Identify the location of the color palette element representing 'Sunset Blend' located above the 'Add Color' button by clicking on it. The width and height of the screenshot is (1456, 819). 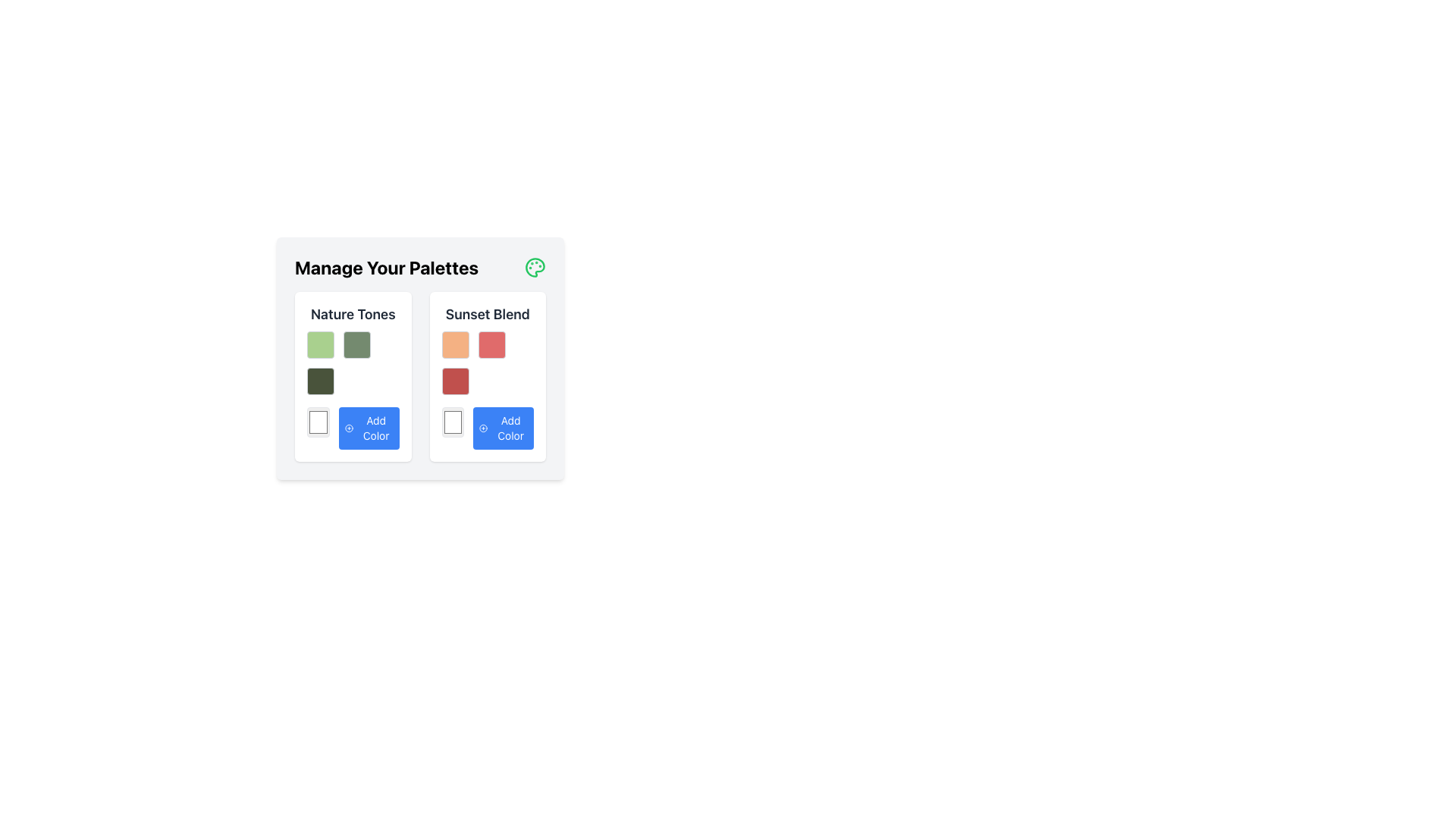
(488, 362).